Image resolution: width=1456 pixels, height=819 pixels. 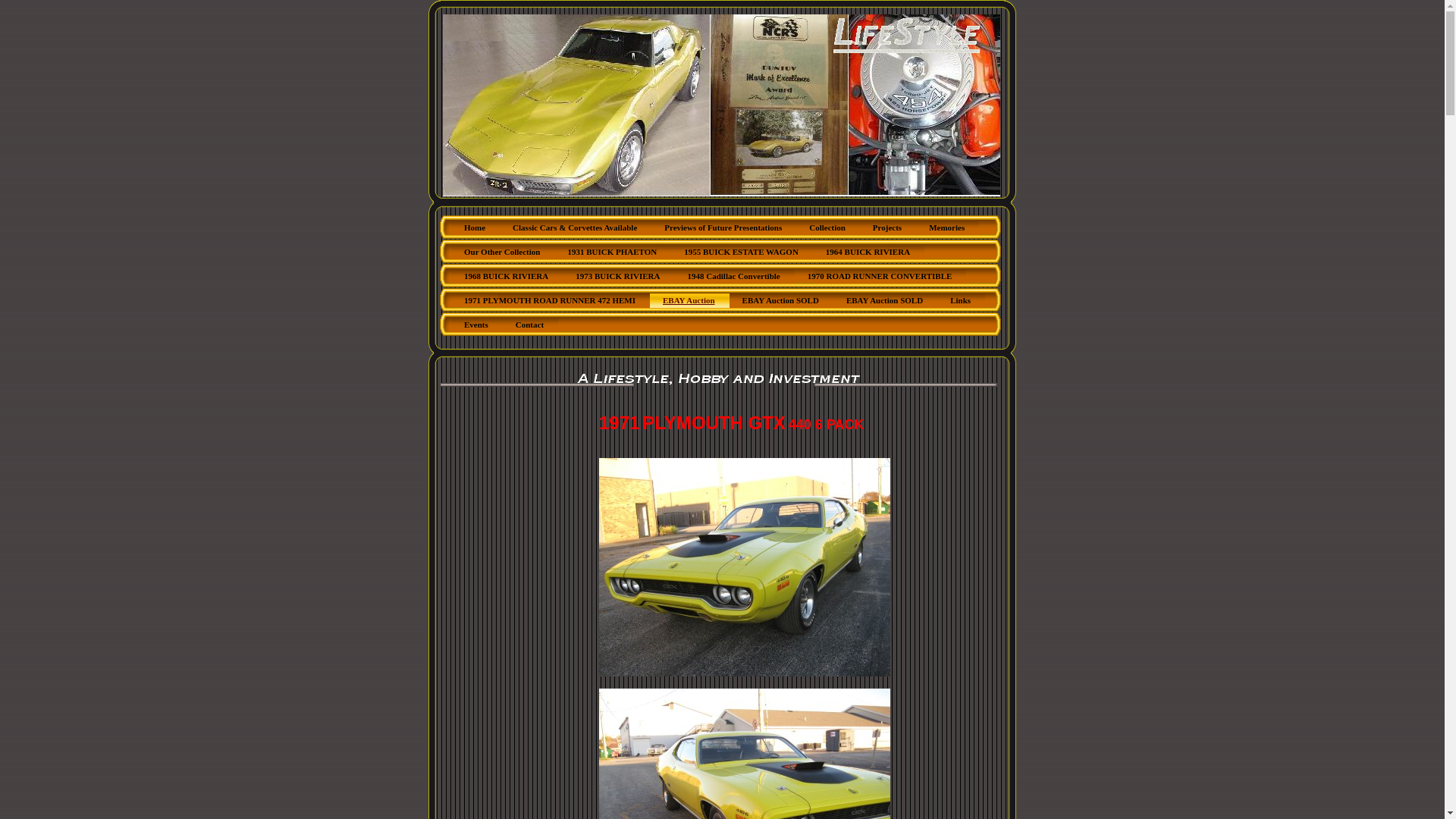 I want to click on 'Projects', so click(x=888, y=228).